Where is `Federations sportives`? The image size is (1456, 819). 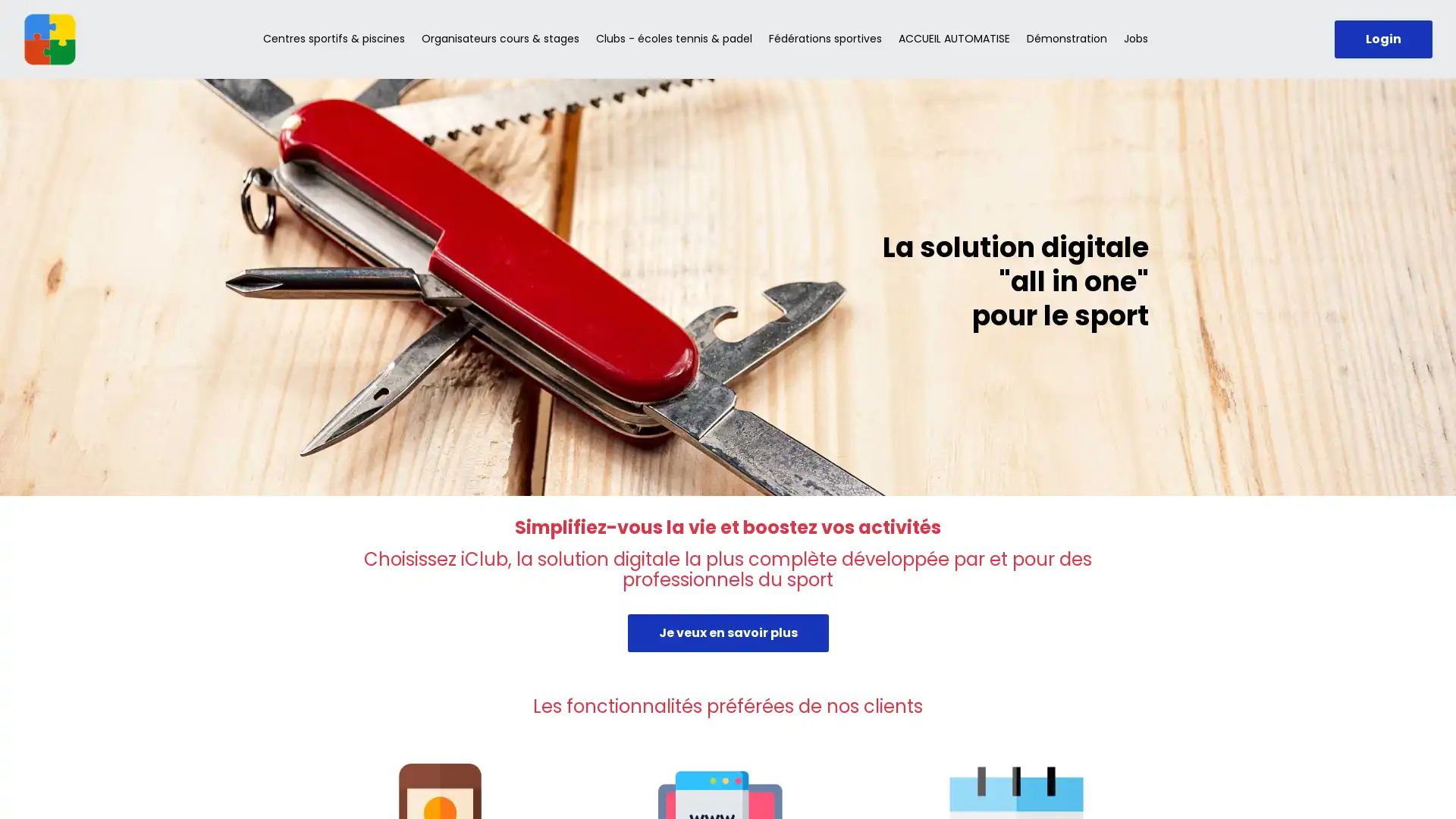 Federations sportives is located at coordinates (824, 38).